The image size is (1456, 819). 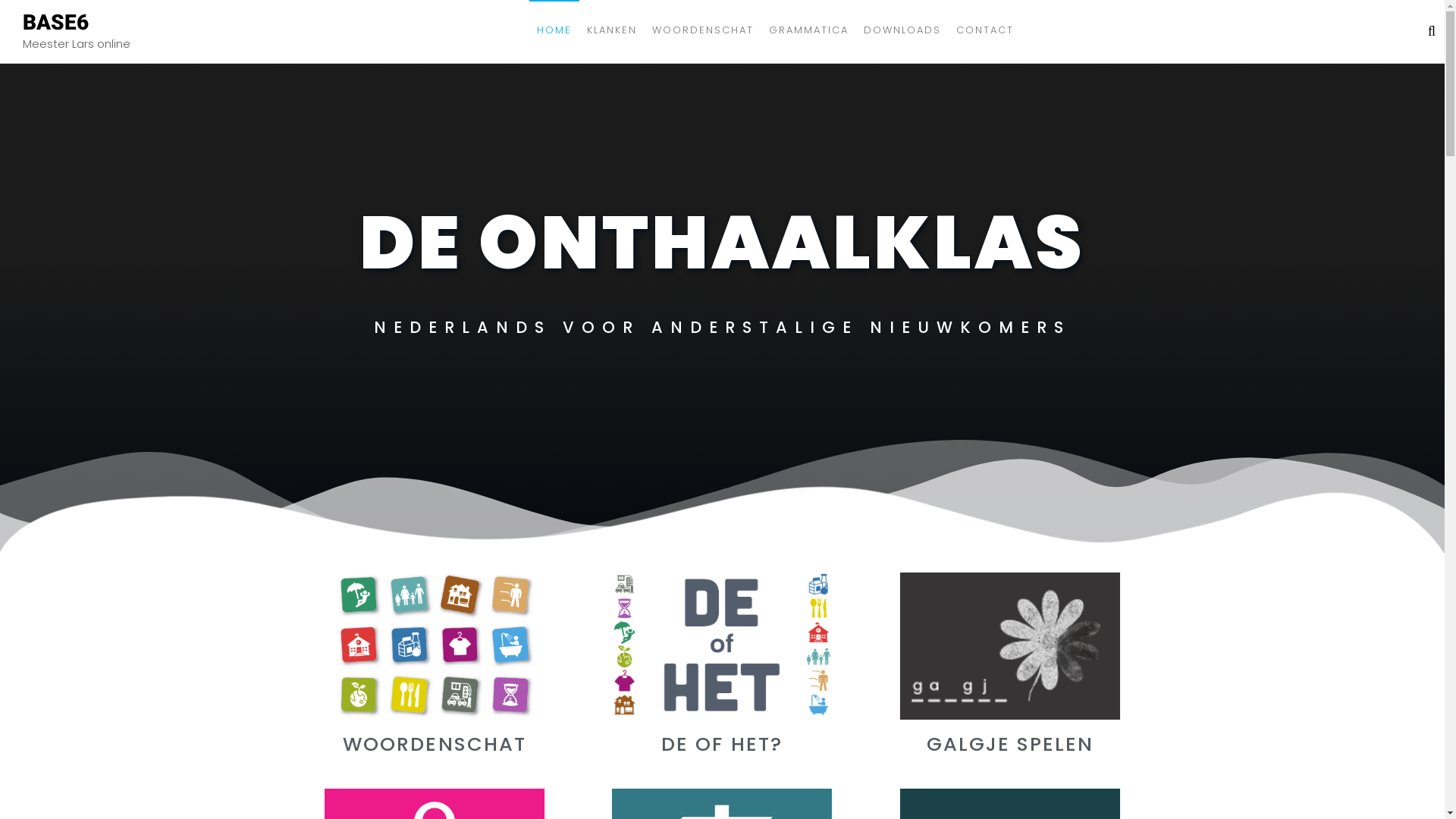 What do you see at coordinates (55, 21) in the screenshot?
I see `'BASE6'` at bounding box center [55, 21].